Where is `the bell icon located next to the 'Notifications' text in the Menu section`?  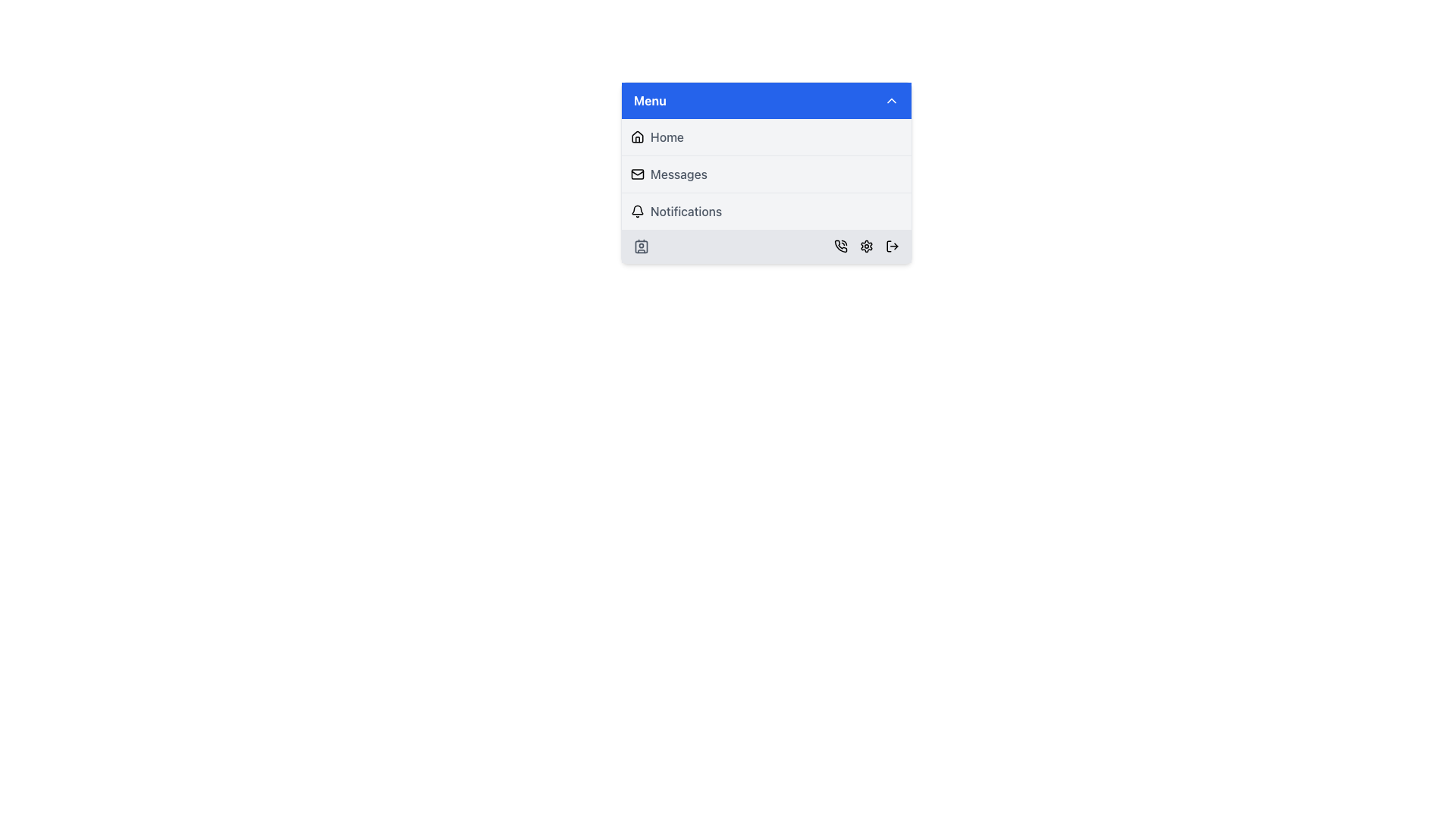 the bell icon located next to the 'Notifications' text in the Menu section is located at coordinates (637, 211).